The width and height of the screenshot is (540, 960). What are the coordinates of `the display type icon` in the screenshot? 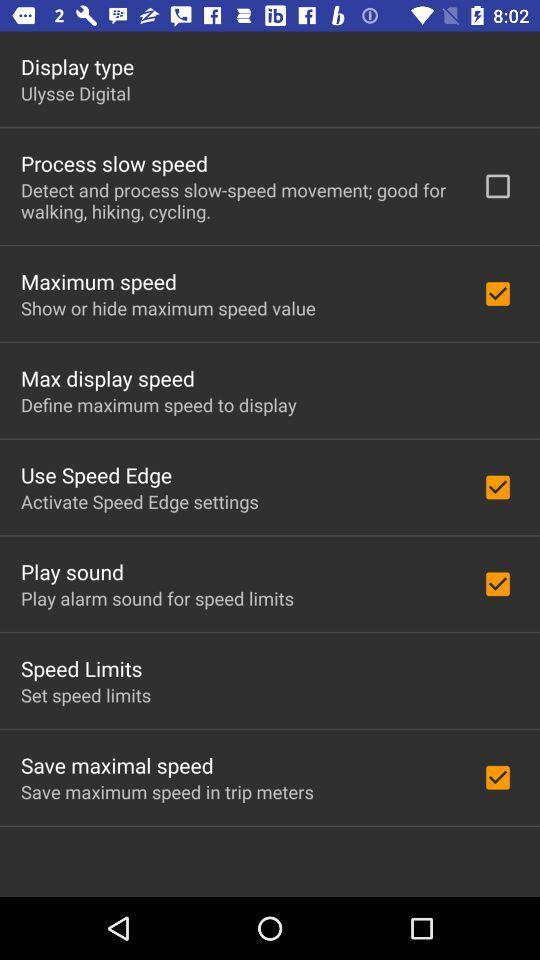 It's located at (76, 66).